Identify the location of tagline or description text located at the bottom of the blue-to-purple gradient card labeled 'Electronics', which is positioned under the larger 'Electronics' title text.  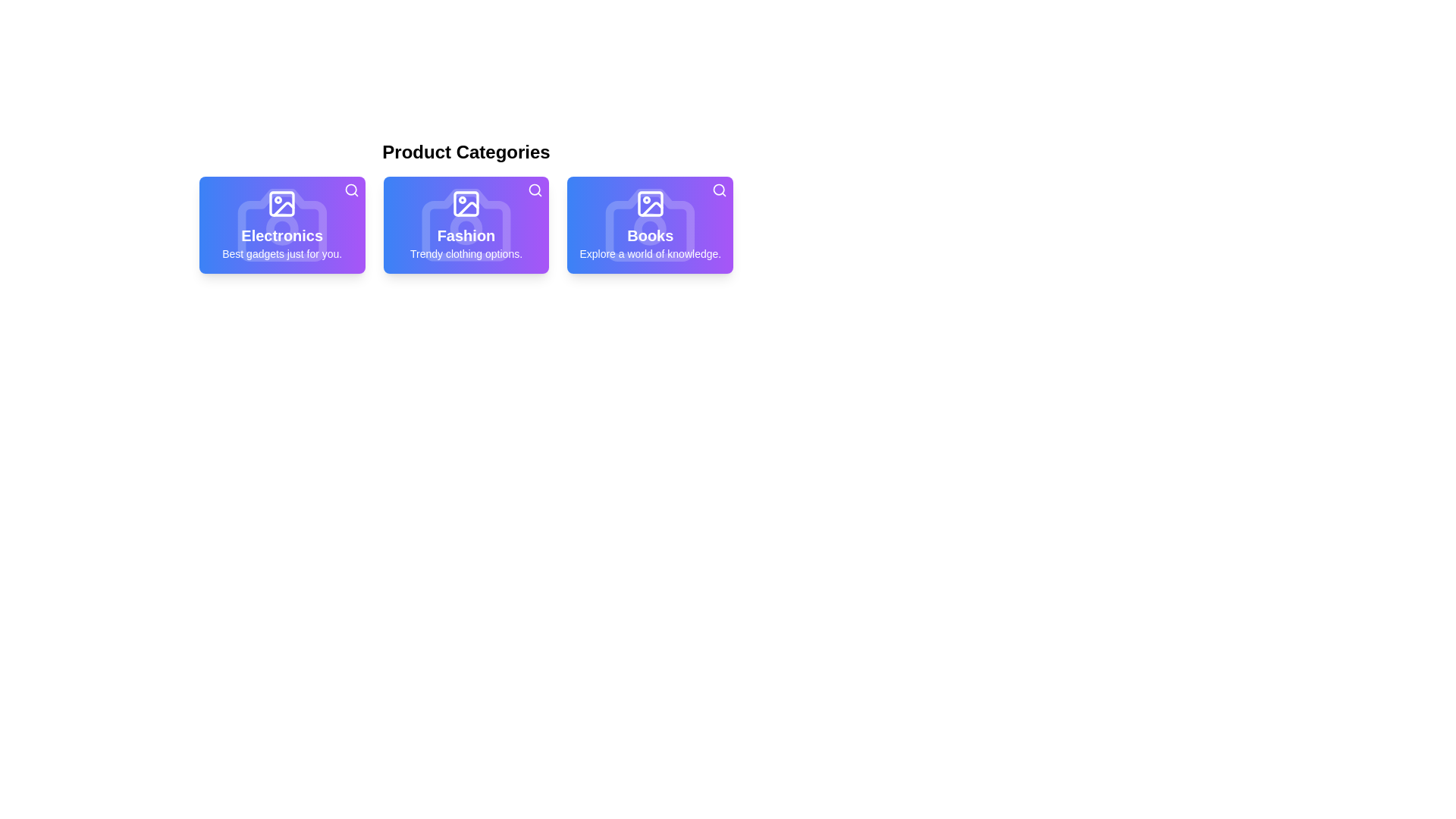
(282, 253).